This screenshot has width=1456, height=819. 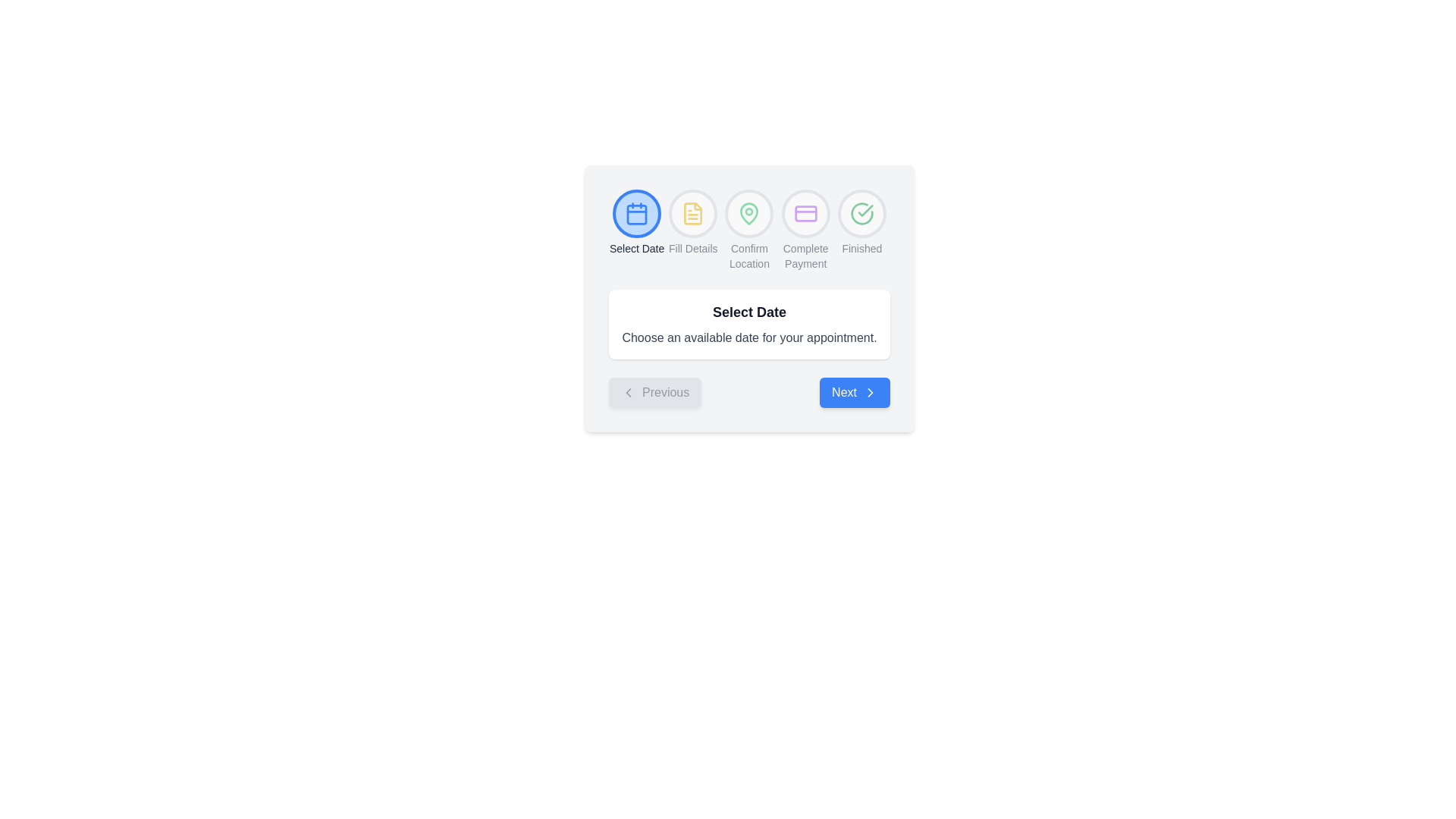 What do you see at coordinates (692, 231) in the screenshot?
I see `the second step indicator in the multi-step process UI, which is positioned between 'Select Date' and 'Confirm Location'` at bounding box center [692, 231].